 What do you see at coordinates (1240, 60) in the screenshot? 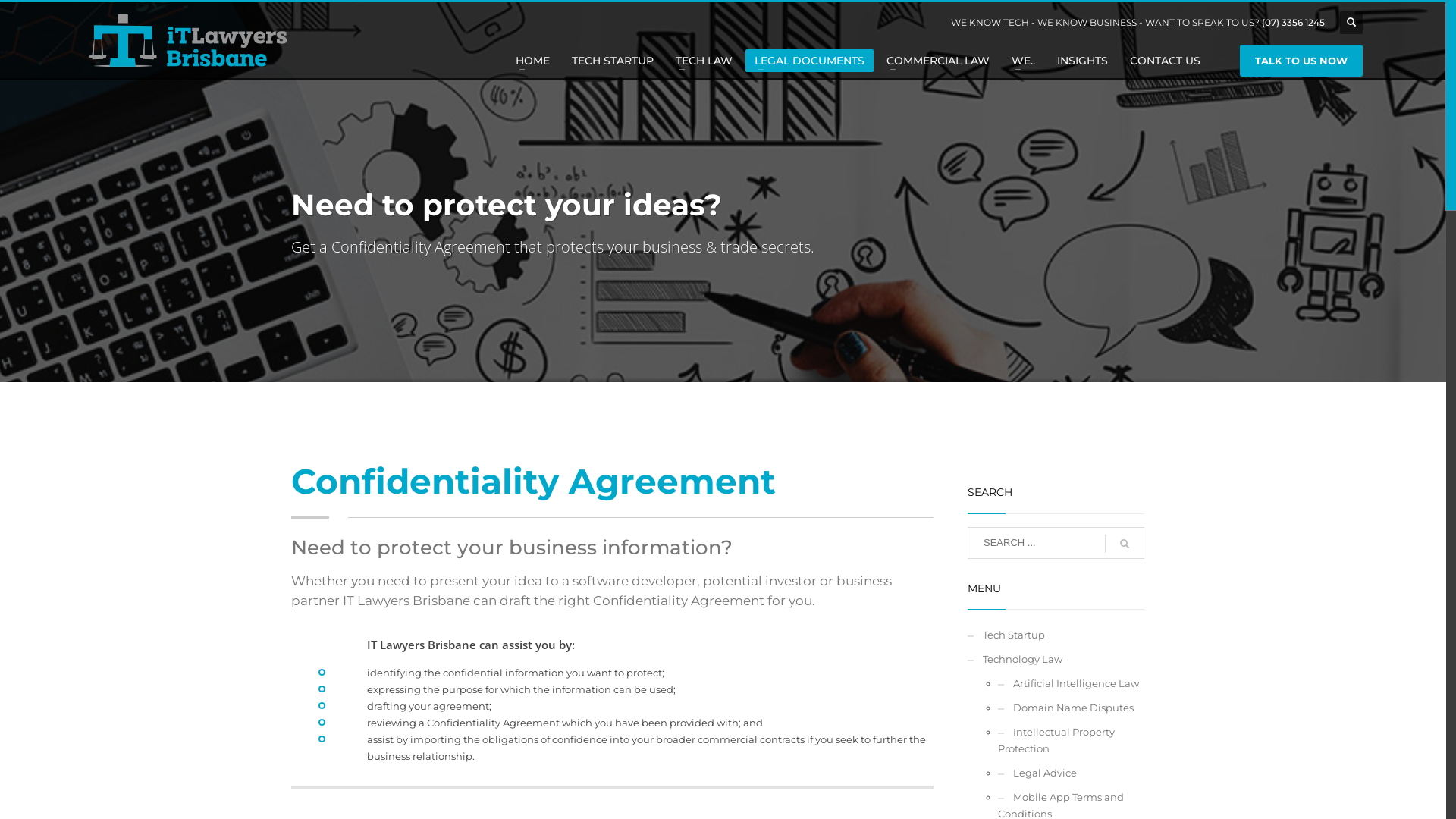
I see `'TALK TO US NOW'` at bounding box center [1240, 60].